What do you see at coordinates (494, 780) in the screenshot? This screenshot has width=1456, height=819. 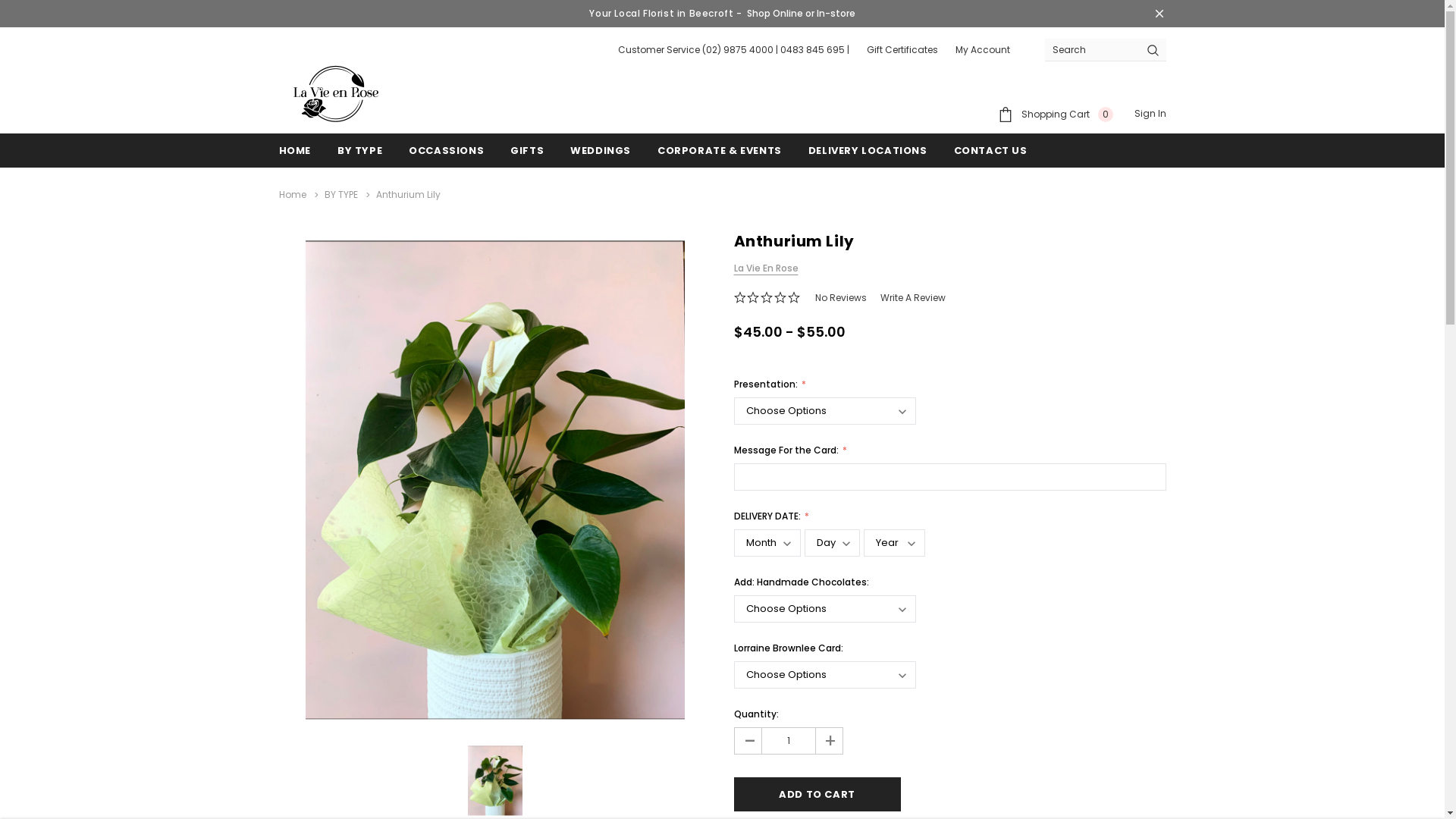 I see `'Anthurium Lily'` at bounding box center [494, 780].